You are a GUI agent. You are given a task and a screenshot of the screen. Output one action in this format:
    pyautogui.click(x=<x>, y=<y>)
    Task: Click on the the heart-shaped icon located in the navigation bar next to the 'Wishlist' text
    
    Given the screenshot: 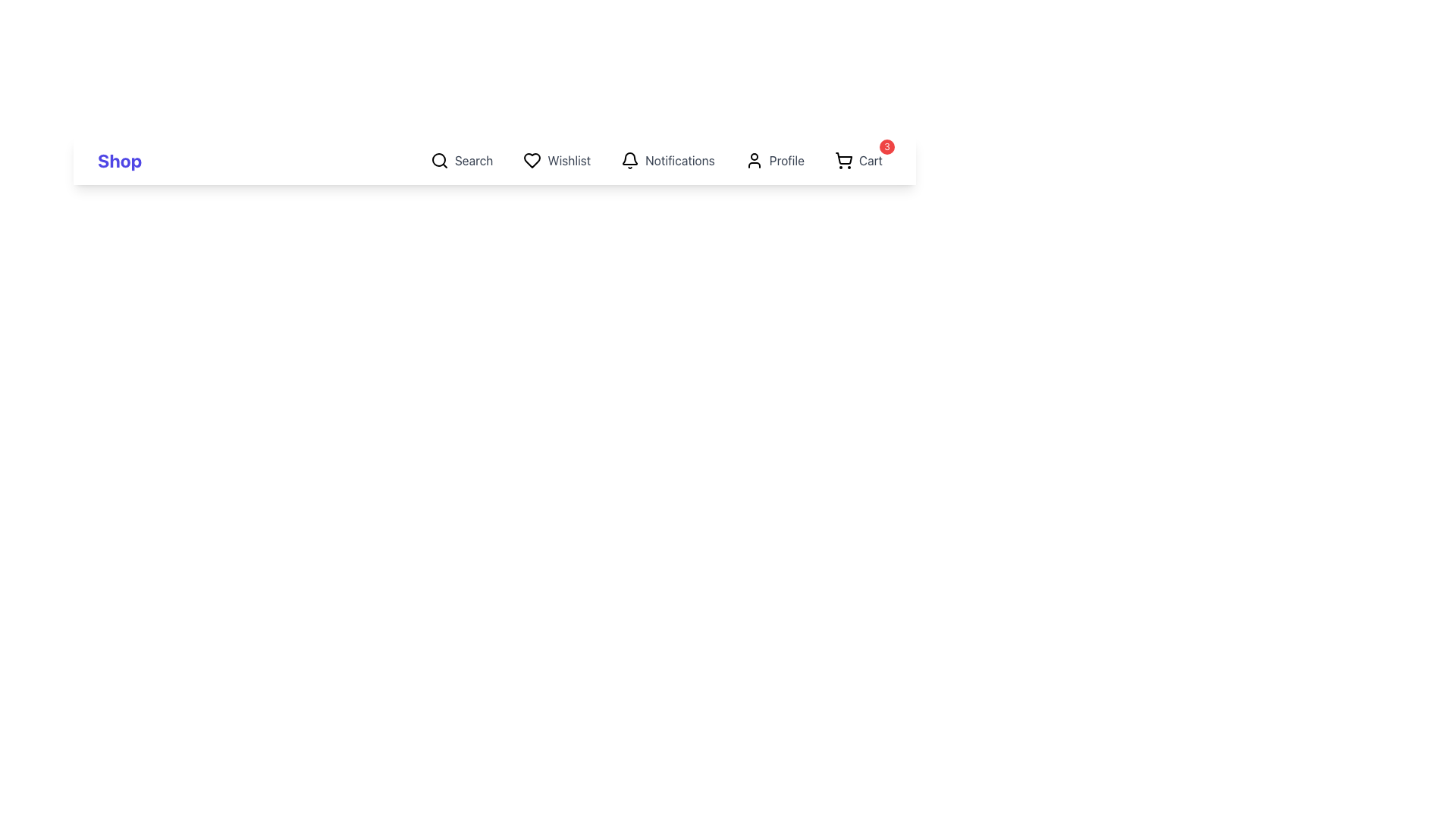 What is the action you would take?
    pyautogui.click(x=532, y=161)
    